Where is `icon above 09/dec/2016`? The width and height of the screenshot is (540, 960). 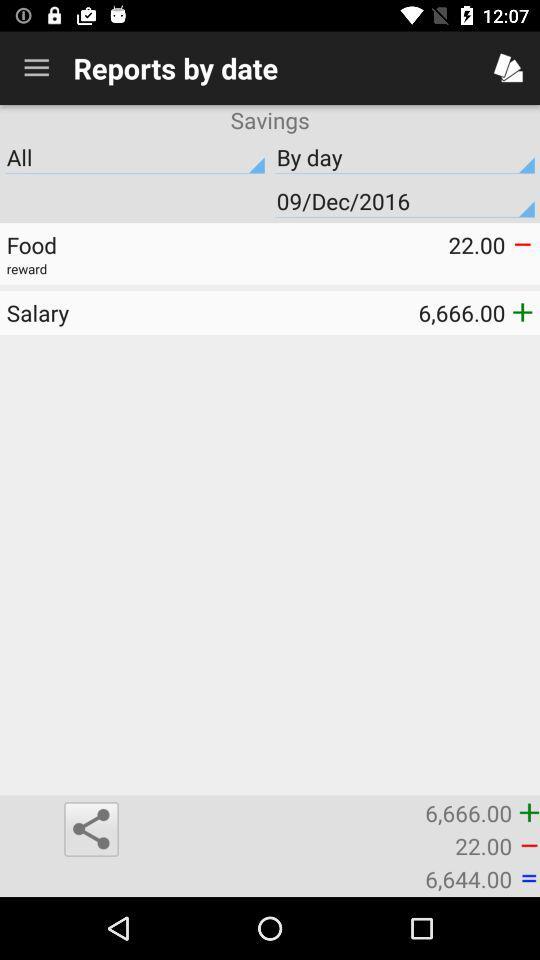
icon above 09/dec/2016 is located at coordinates (405, 156).